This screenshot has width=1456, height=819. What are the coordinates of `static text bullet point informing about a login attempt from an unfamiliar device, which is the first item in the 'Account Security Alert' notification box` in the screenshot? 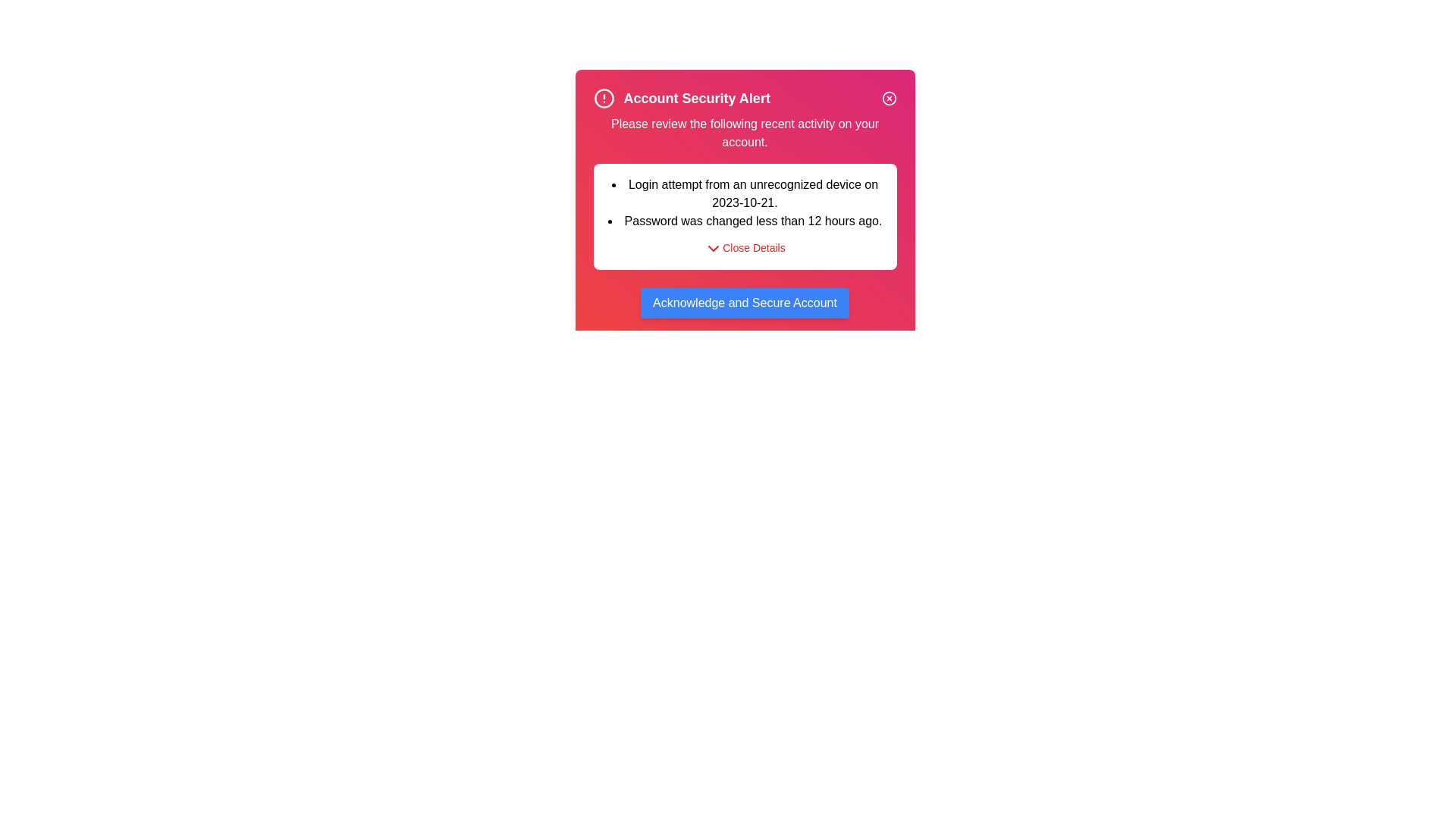 It's located at (745, 193).